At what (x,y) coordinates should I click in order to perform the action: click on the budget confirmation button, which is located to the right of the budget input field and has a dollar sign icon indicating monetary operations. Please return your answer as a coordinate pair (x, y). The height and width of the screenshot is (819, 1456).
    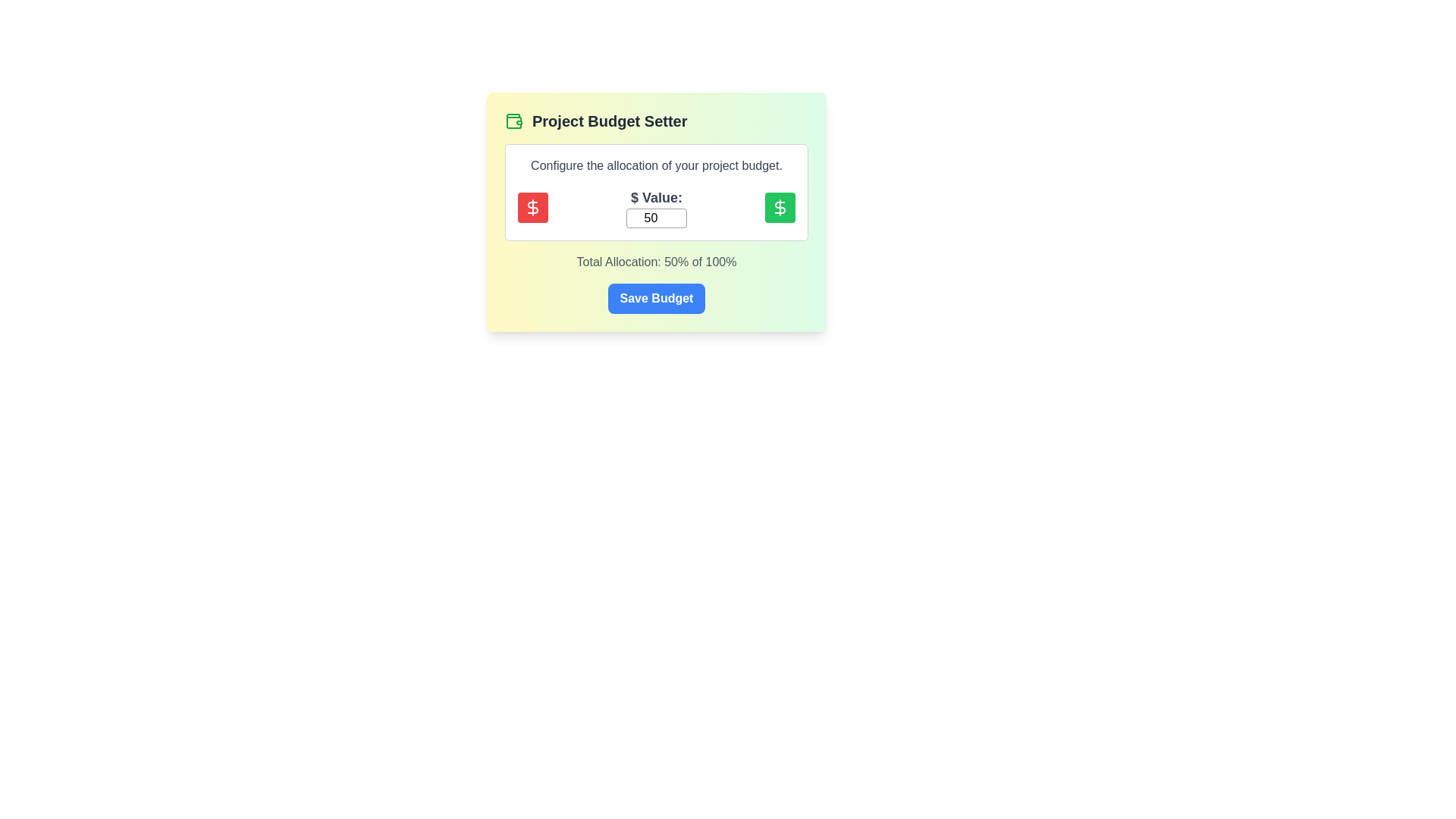
    Looking at the image, I should click on (780, 207).